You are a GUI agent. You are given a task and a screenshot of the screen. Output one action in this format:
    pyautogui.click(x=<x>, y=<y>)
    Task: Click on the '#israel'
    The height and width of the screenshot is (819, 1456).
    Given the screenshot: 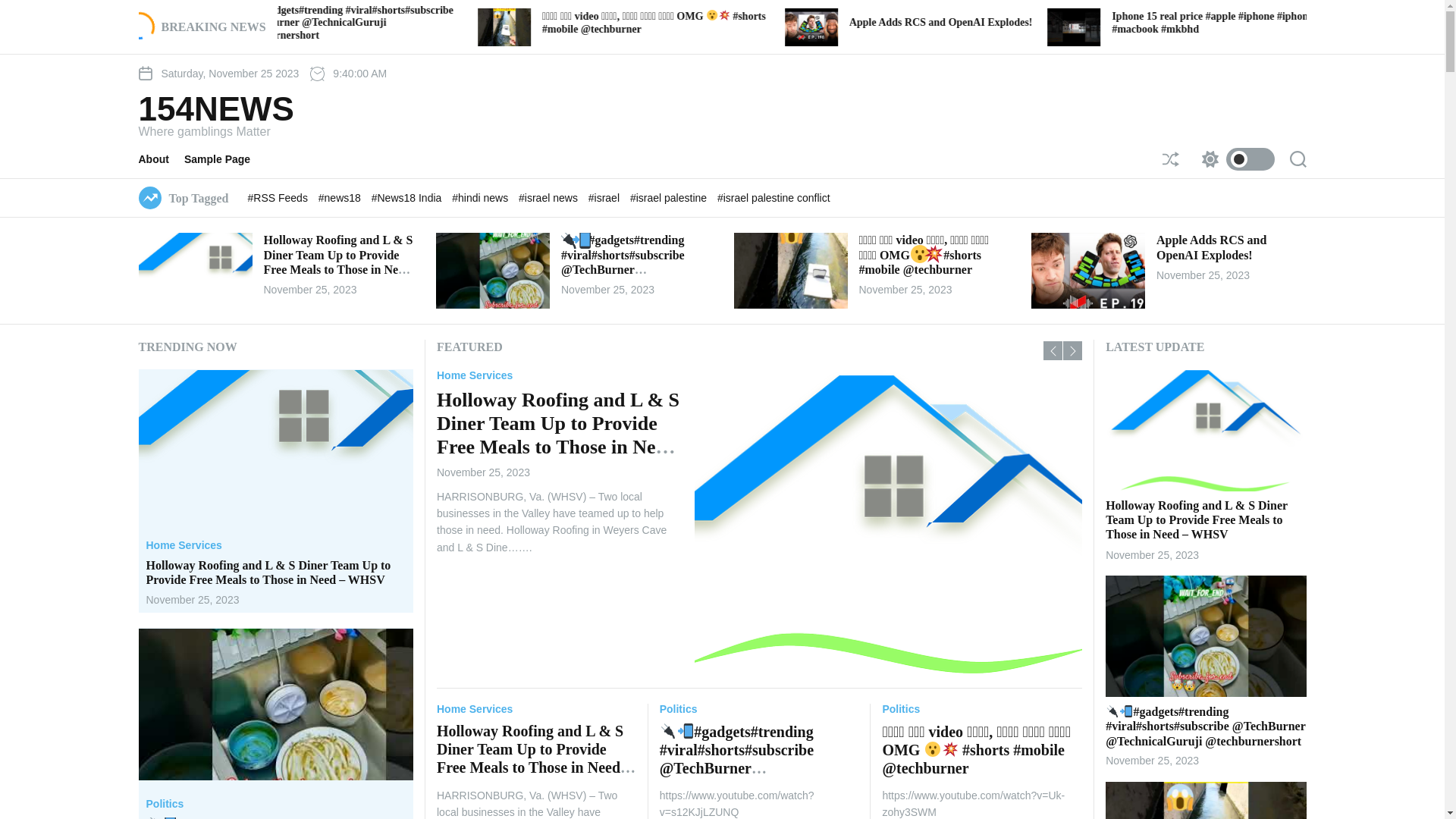 What is the action you would take?
    pyautogui.click(x=604, y=197)
    